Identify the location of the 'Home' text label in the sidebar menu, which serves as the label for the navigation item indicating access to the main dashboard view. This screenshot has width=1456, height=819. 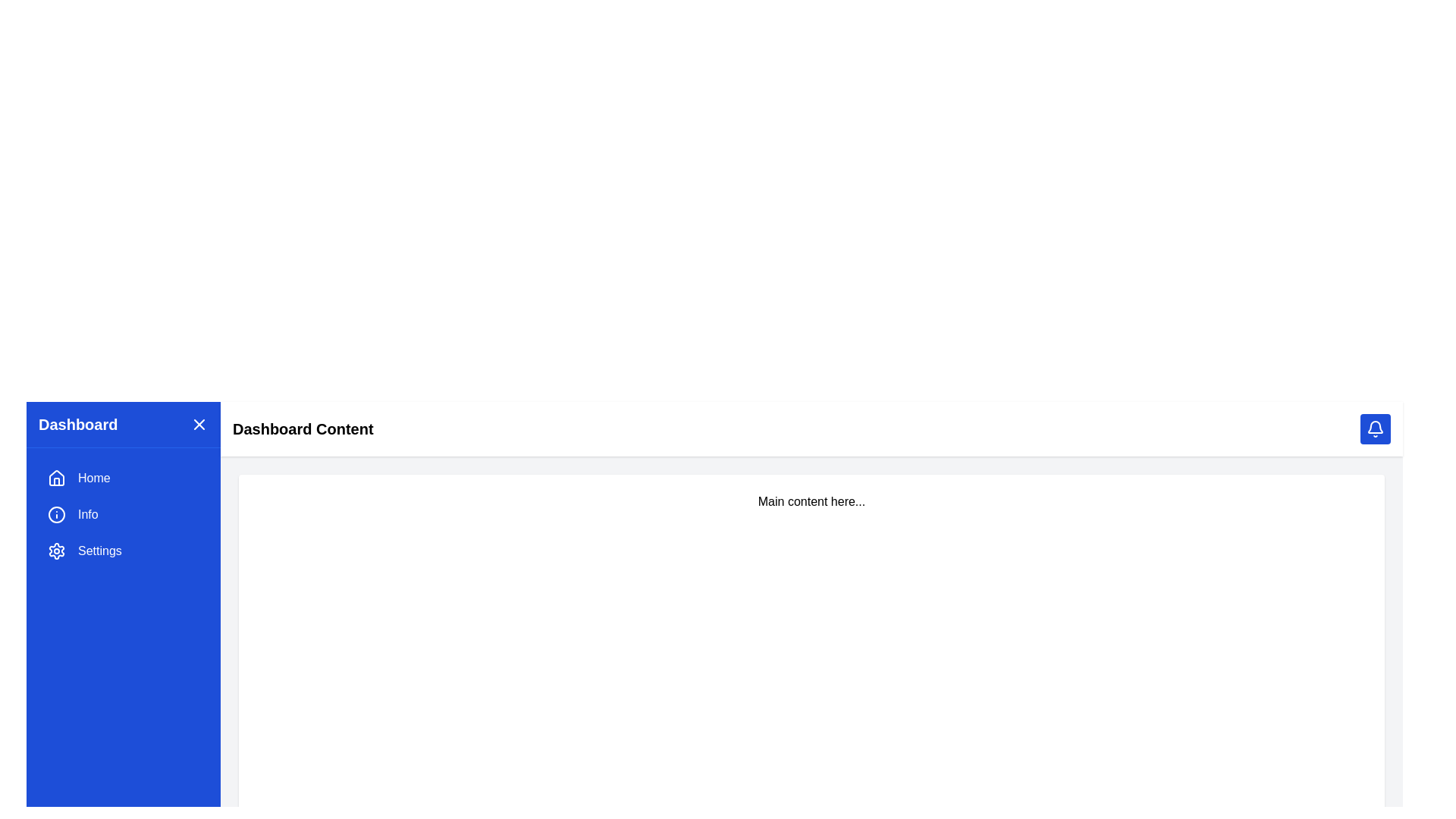
(93, 479).